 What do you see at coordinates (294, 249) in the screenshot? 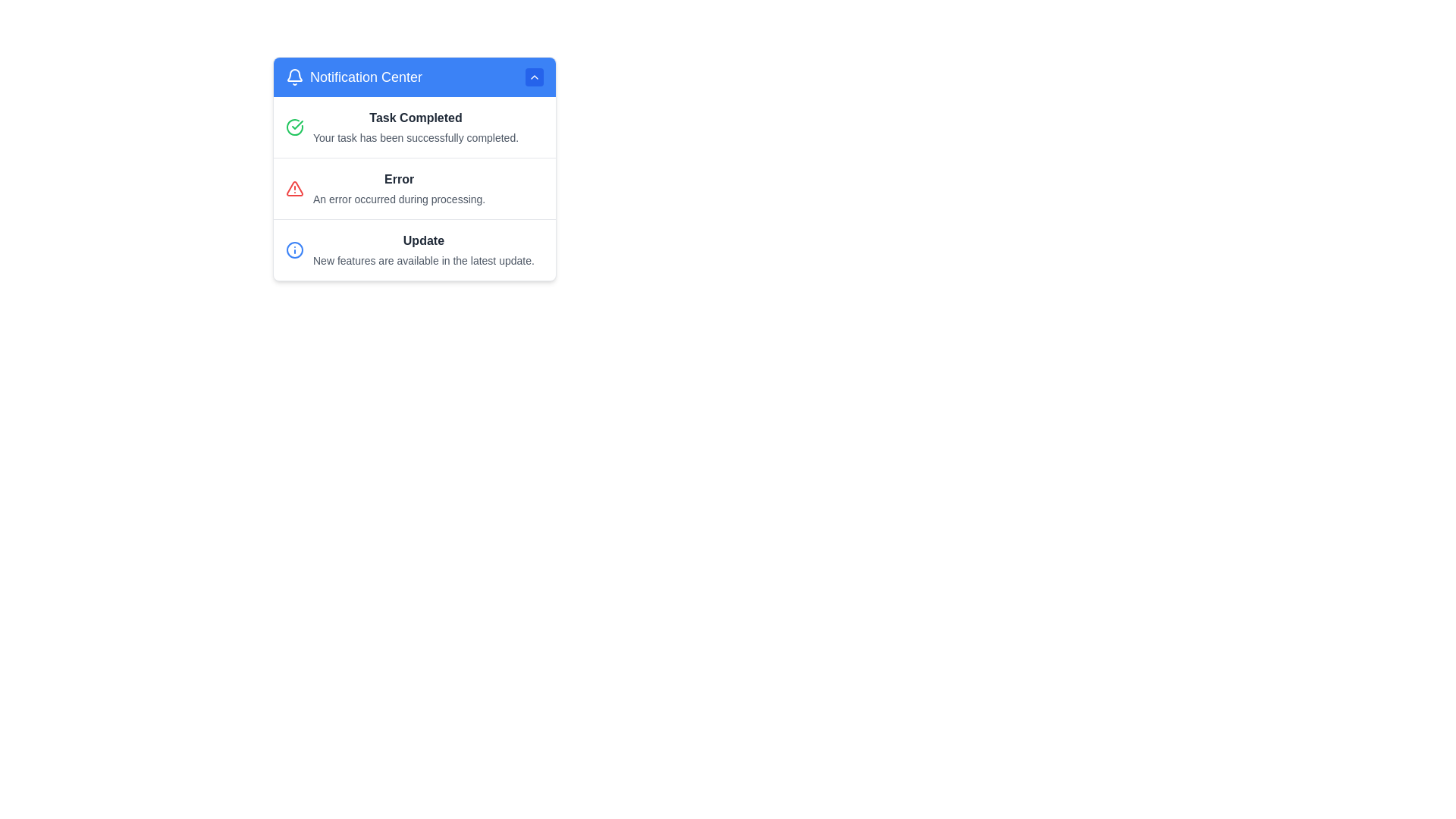
I see `the circular blue information icon located` at bounding box center [294, 249].